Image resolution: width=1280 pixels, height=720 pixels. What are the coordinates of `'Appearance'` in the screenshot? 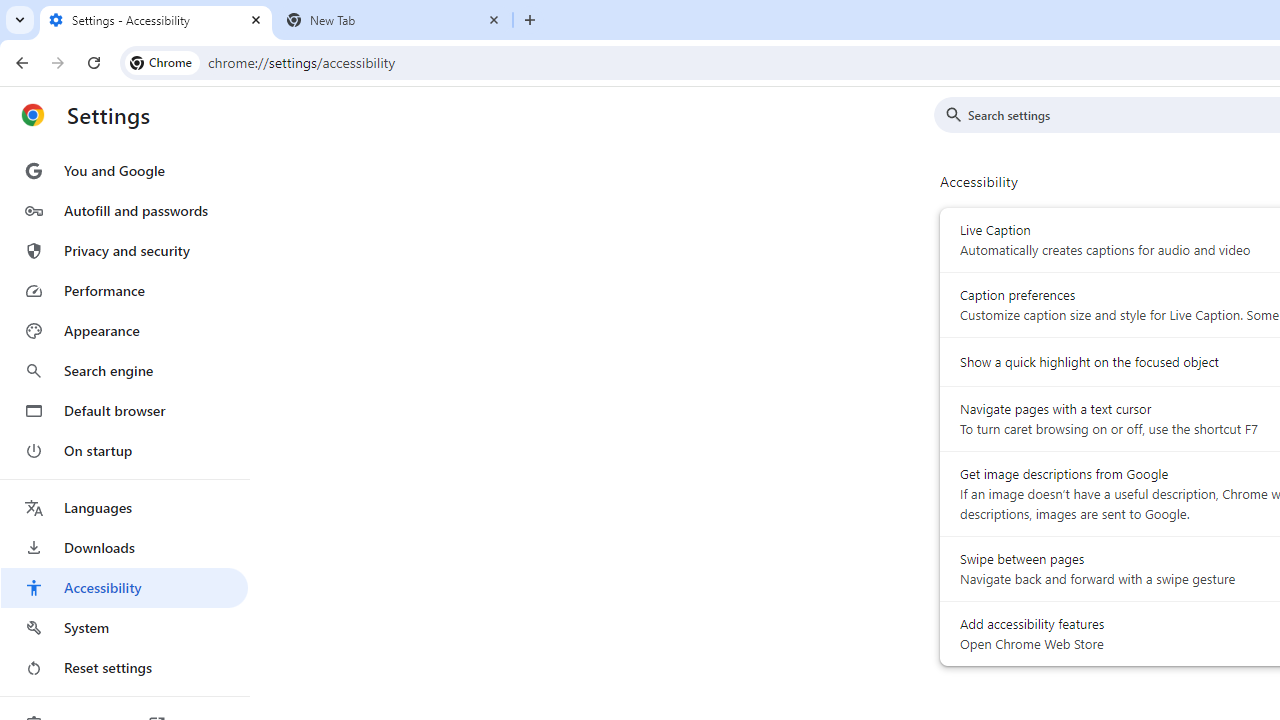 It's located at (123, 330).